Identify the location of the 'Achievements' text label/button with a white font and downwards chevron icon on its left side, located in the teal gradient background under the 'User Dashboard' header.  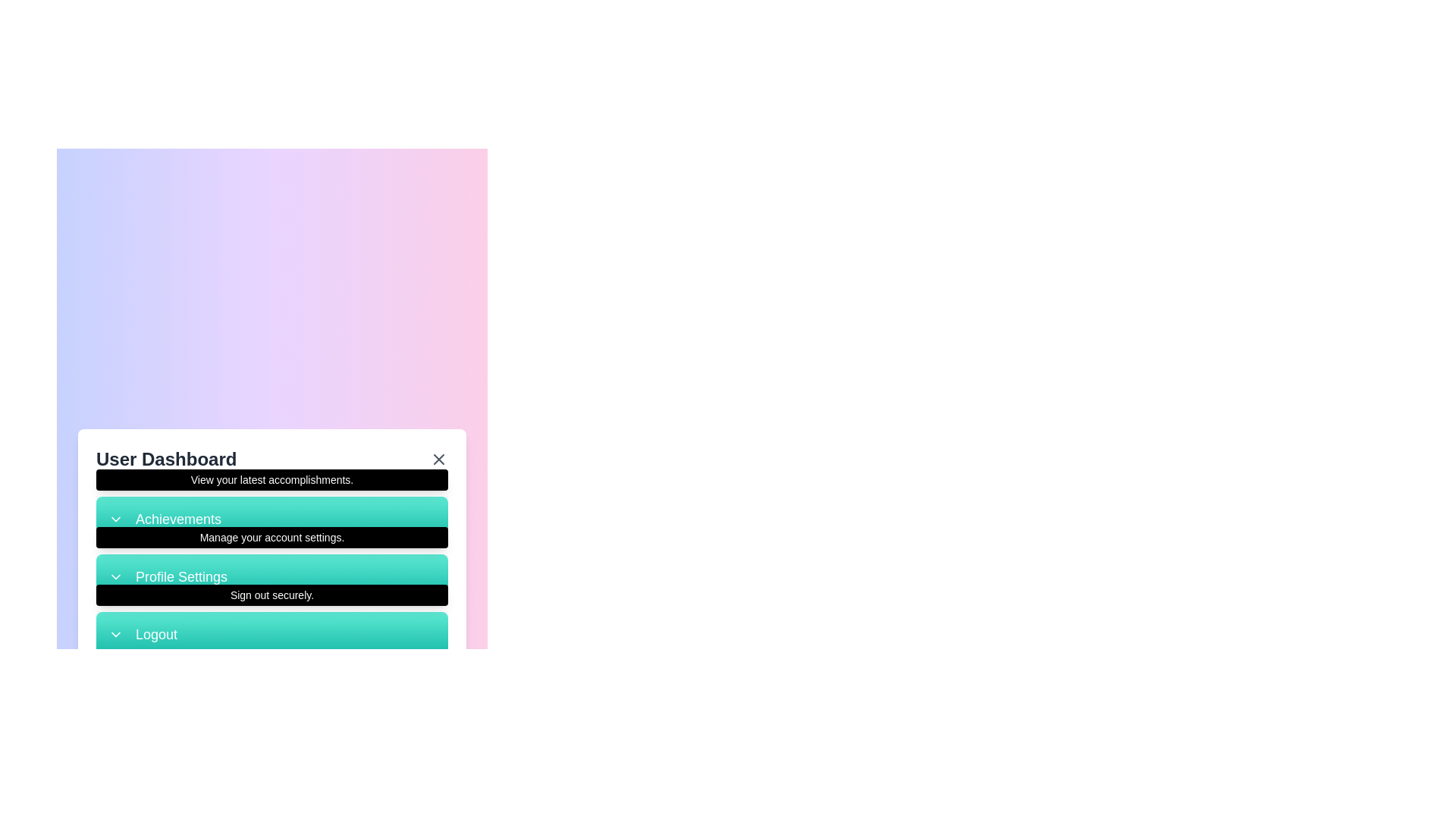
(272, 517).